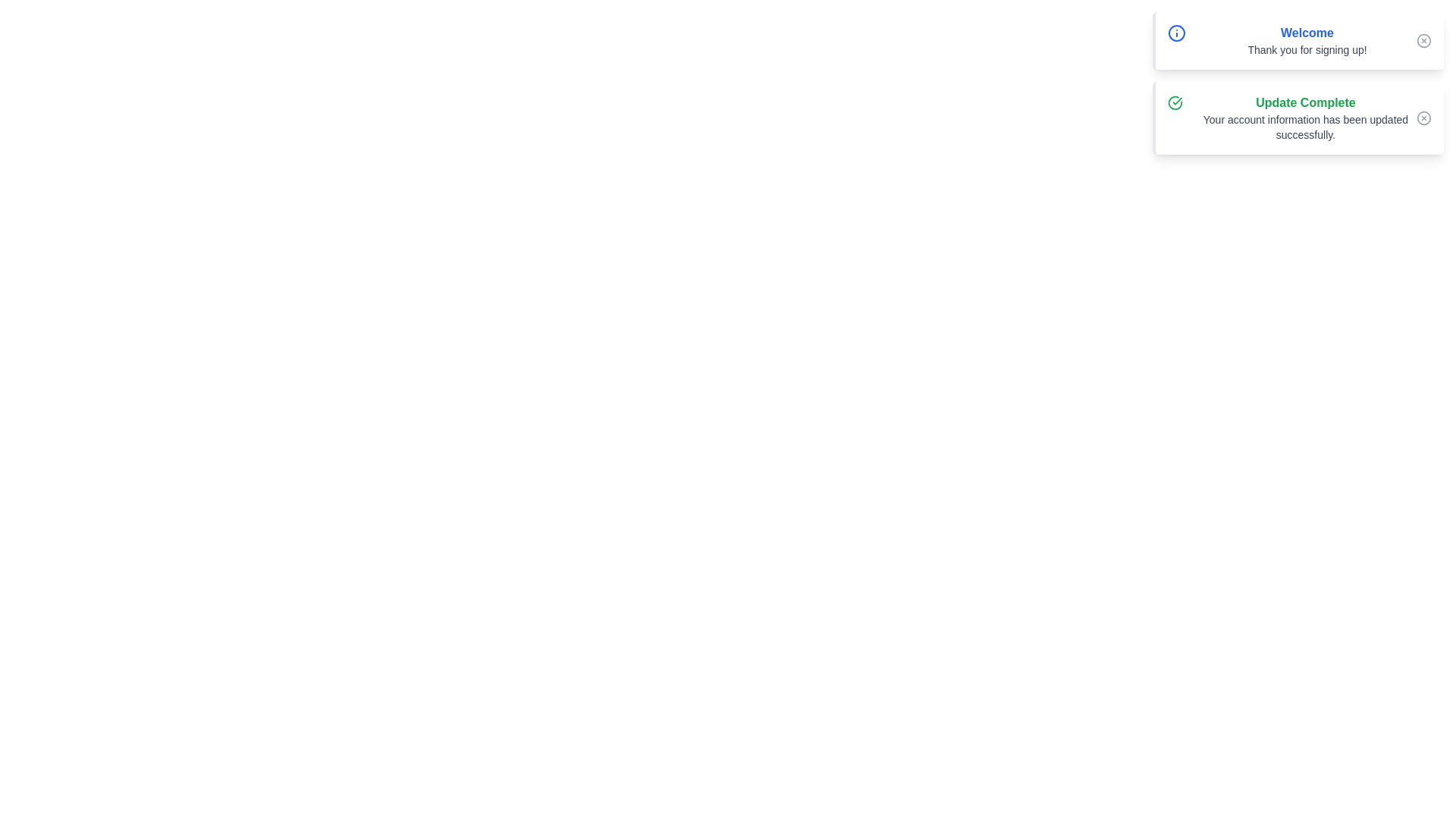  Describe the element at coordinates (1304, 117) in the screenshot. I see `the notification message indicating the successful update of account information for accessibility` at that location.